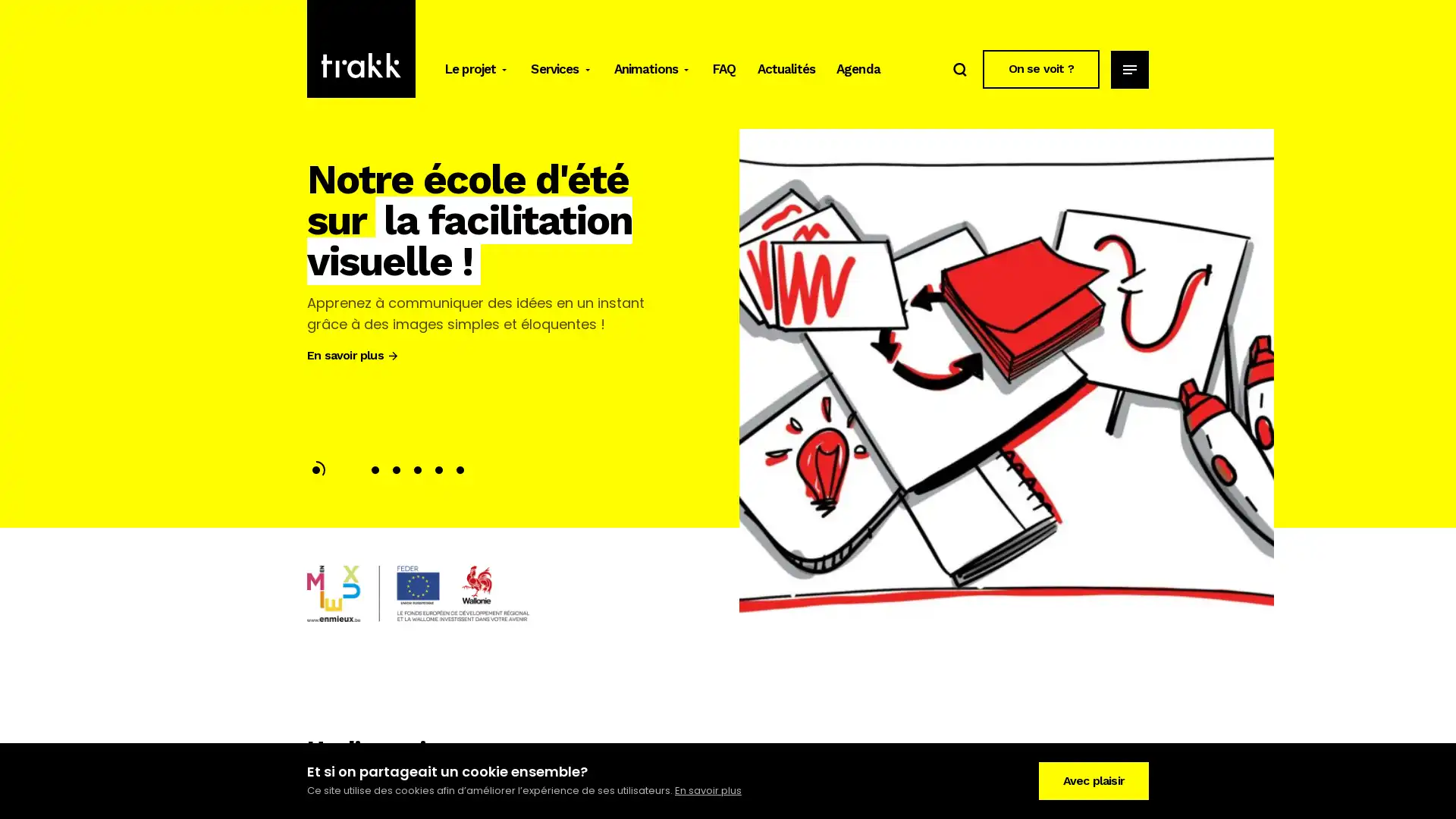 Image resolution: width=1456 pixels, height=819 pixels. Describe the element at coordinates (438, 469) in the screenshot. I see `Slide 5` at that location.